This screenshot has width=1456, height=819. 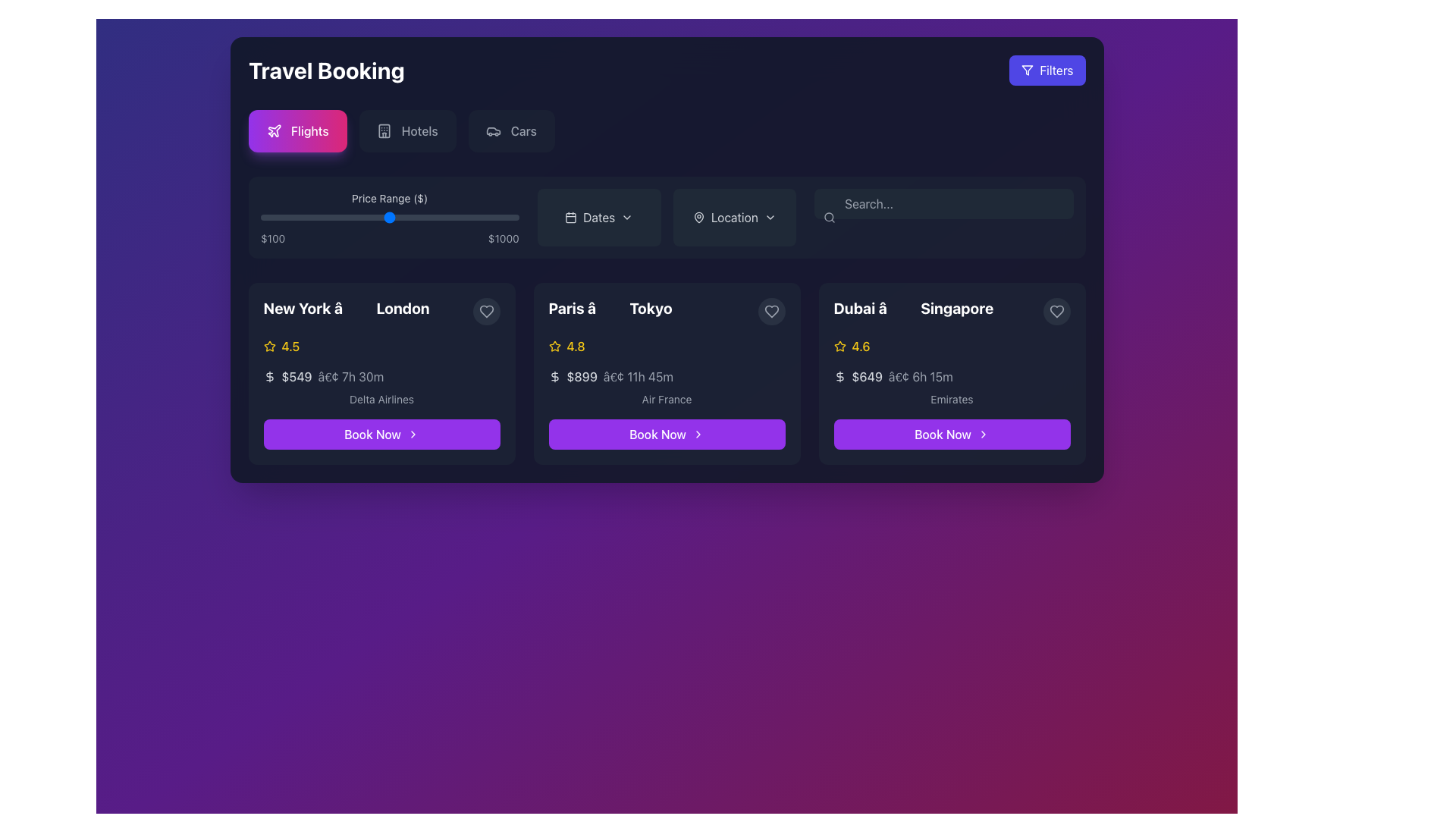 What do you see at coordinates (943, 203) in the screenshot?
I see `the search input field located near the top-right of the central interface to focus on it for user input` at bounding box center [943, 203].